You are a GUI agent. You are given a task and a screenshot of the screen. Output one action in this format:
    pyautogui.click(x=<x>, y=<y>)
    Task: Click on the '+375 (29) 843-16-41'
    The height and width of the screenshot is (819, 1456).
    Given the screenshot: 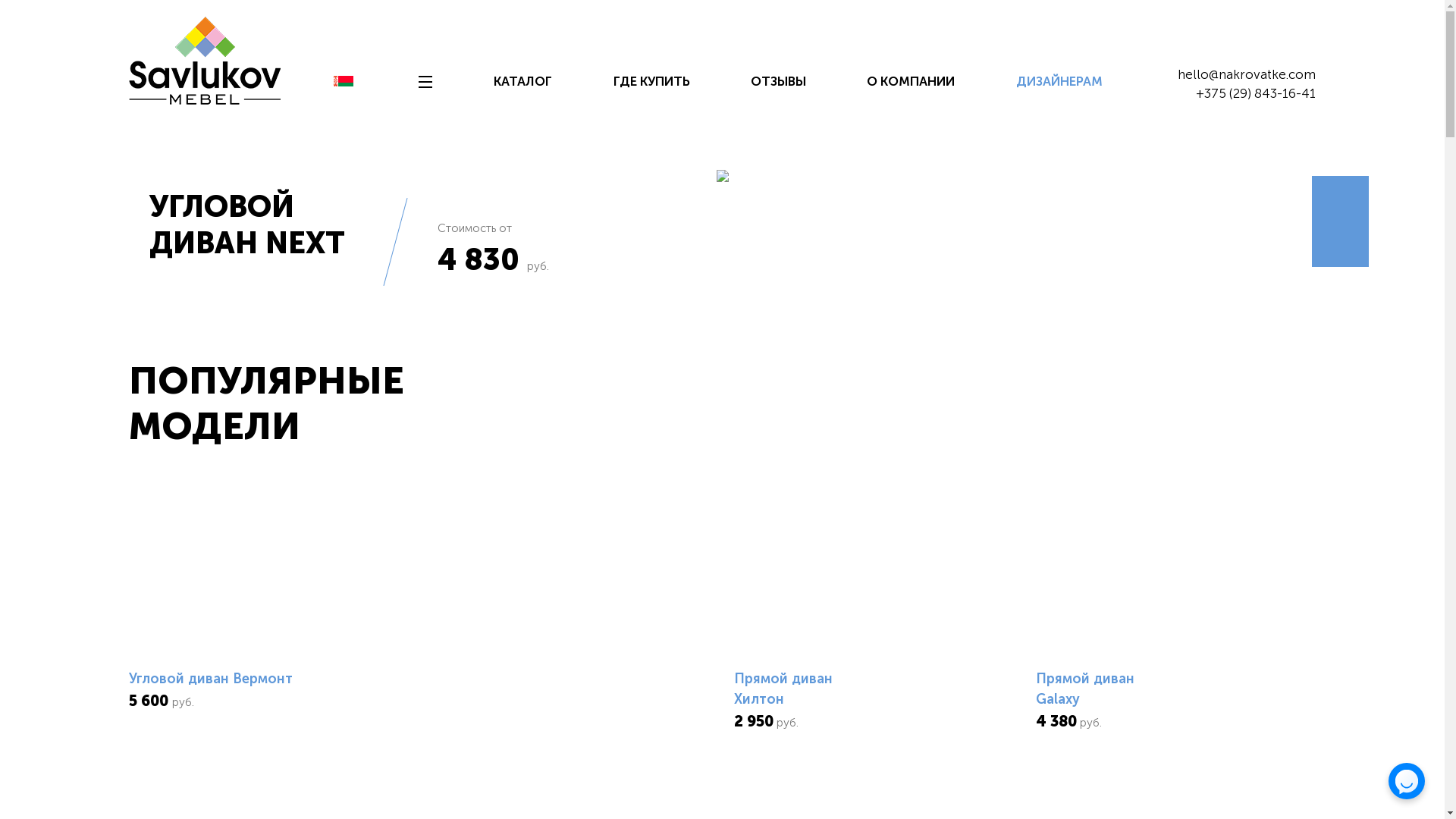 What is the action you would take?
    pyautogui.click(x=1256, y=93)
    